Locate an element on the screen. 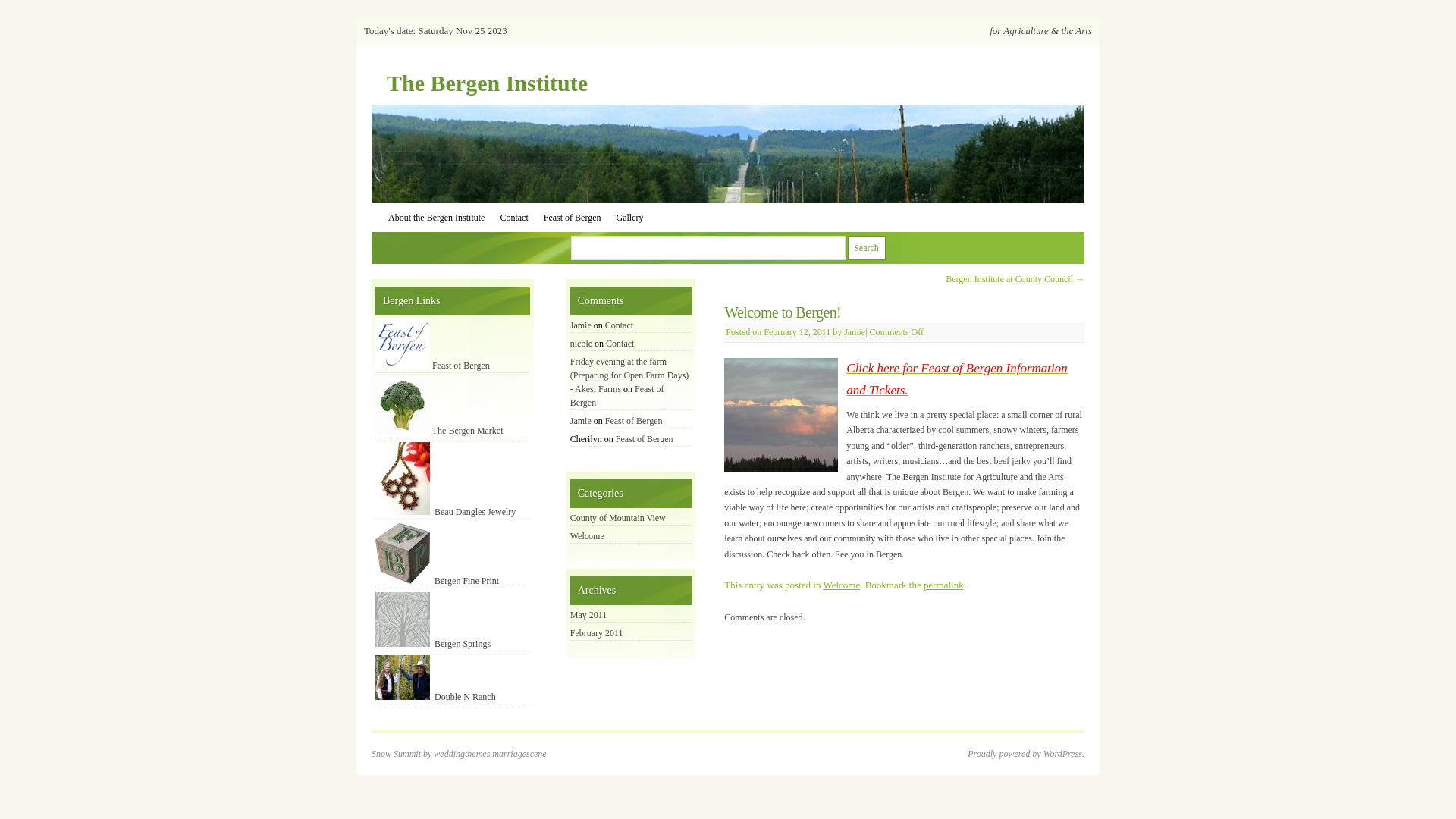 The image size is (1456, 819). 'May 2011' is located at coordinates (588, 614).